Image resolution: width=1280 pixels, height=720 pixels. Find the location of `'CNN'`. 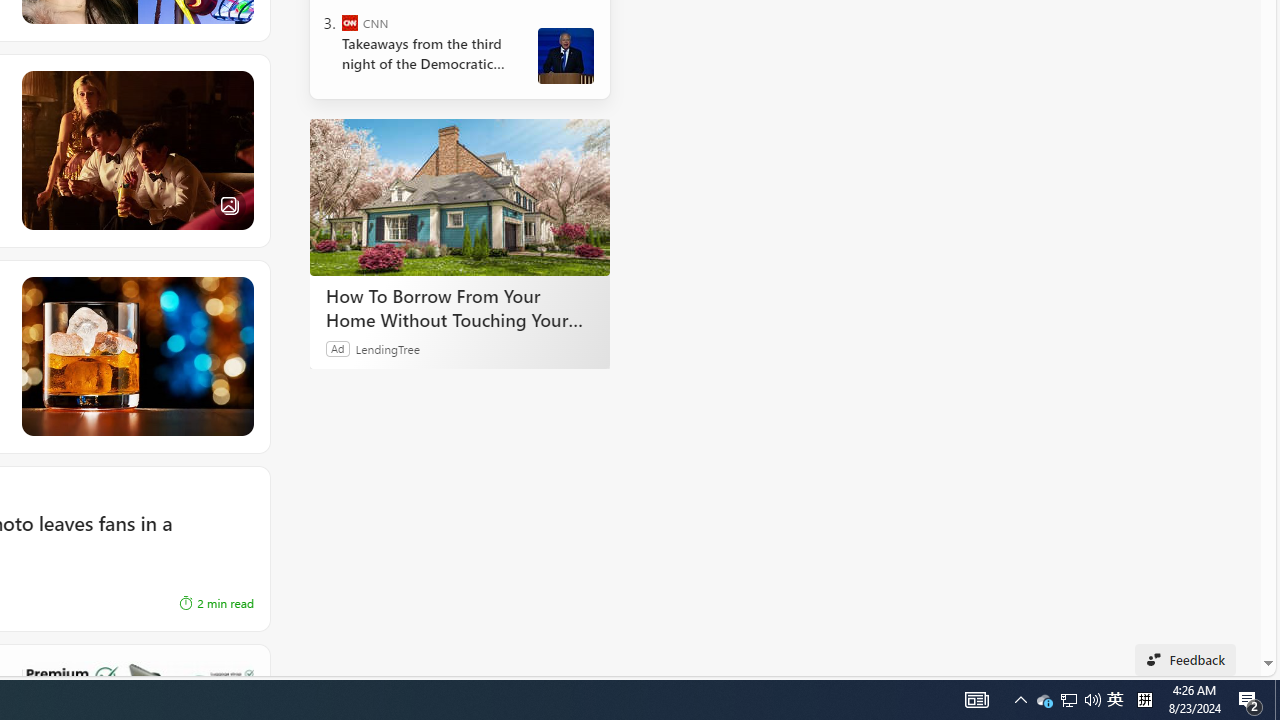

'CNN' is located at coordinates (350, 23).